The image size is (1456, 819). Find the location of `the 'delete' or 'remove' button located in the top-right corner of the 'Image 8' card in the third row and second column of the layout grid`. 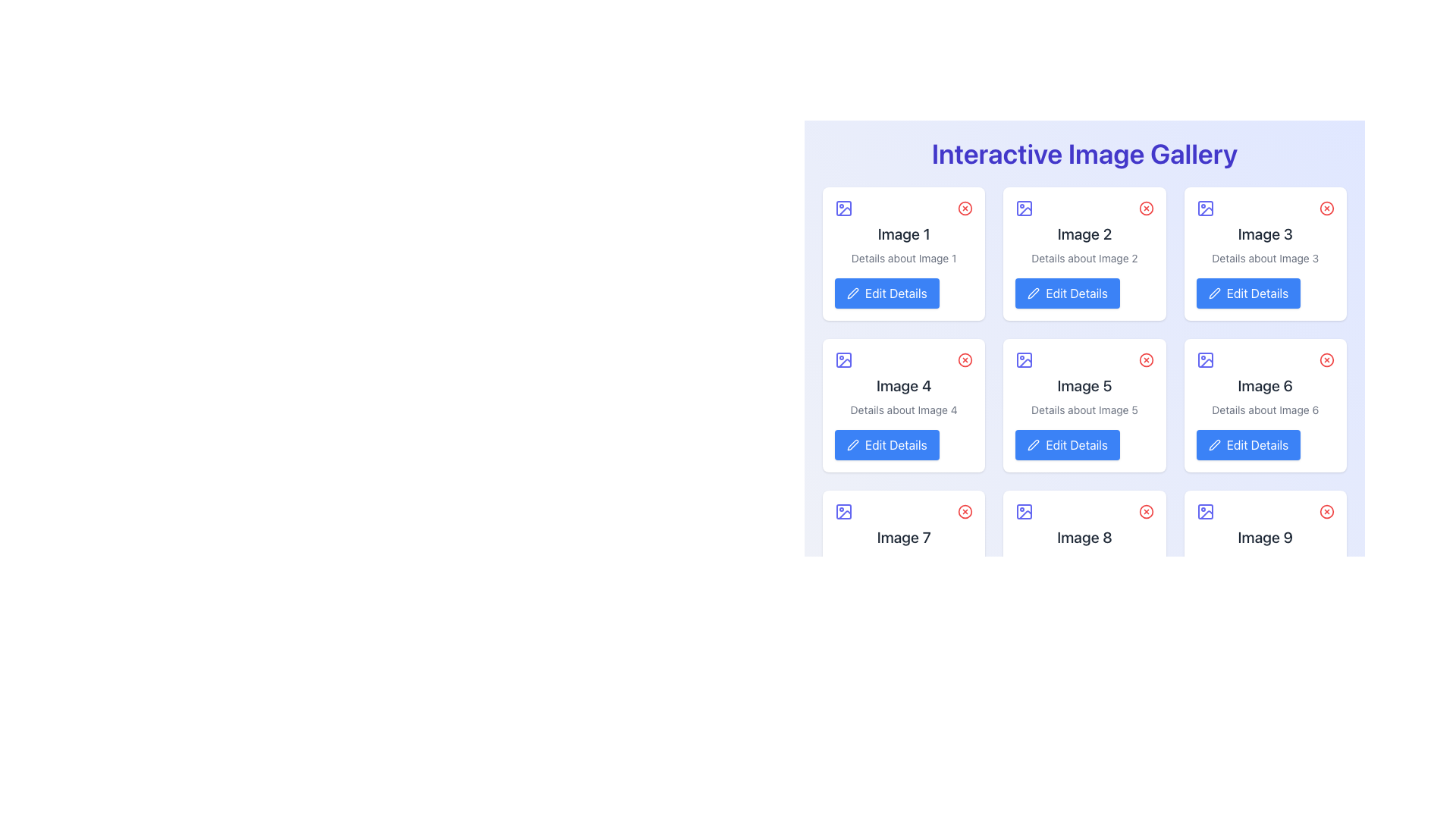

the 'delete' or 'remove' button located in the top-right corner of the 'Image 8' card in the third row and second column of the layout grid is located at coordinates (1146, 512).